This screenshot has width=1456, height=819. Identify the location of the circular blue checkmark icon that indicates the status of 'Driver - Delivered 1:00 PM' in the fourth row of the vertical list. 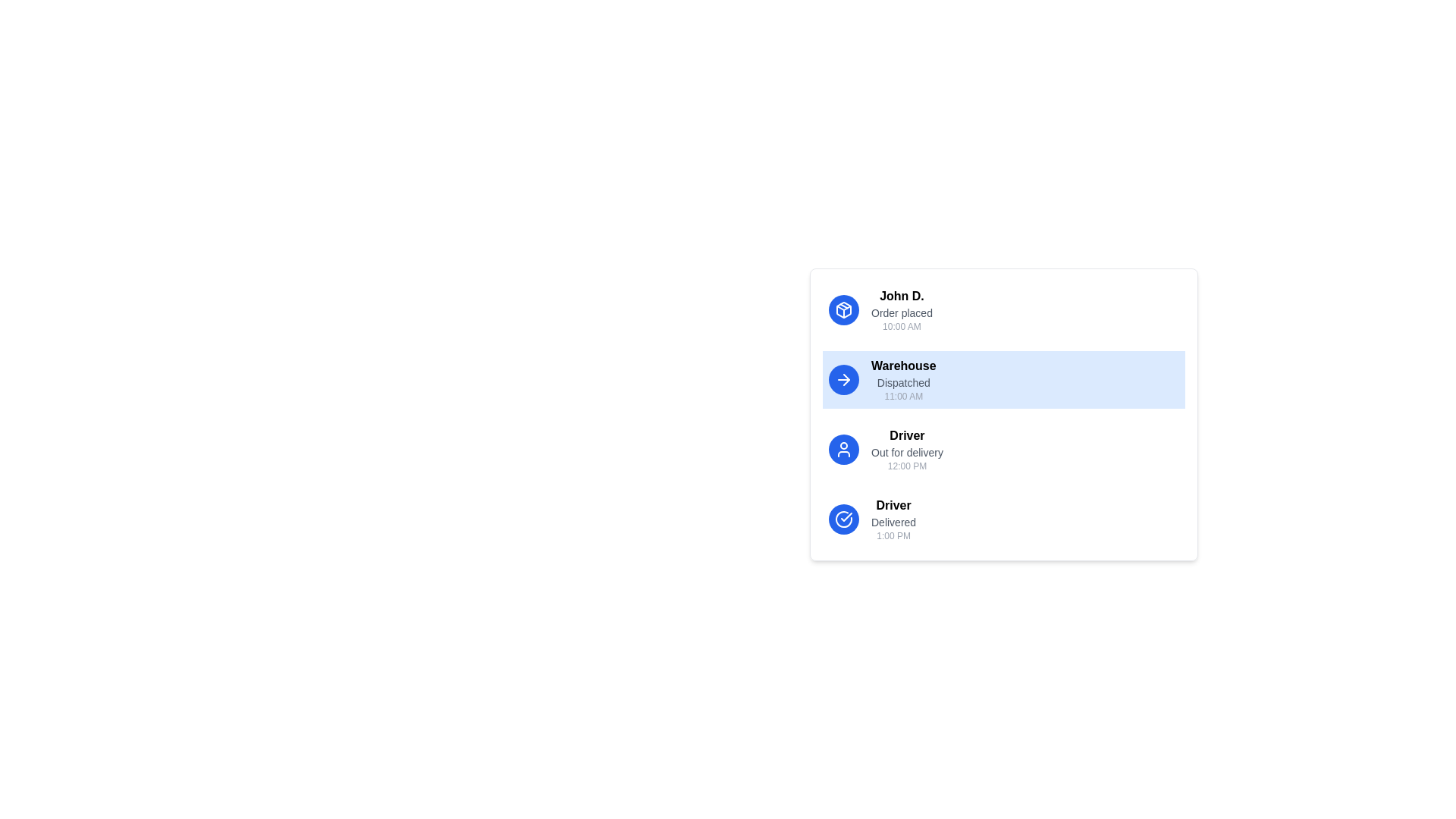
(843, 519).